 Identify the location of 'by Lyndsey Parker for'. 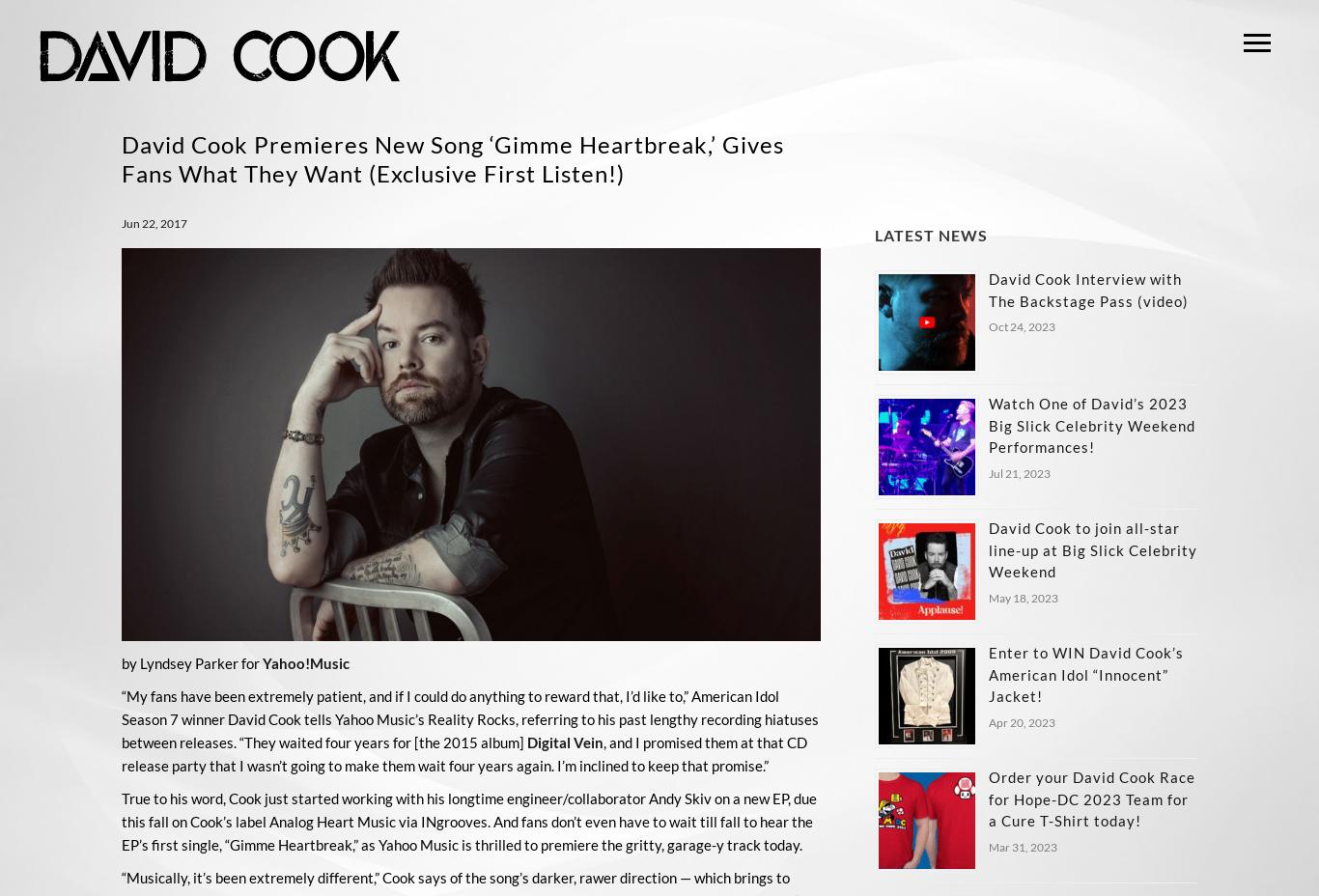
(120, 661).